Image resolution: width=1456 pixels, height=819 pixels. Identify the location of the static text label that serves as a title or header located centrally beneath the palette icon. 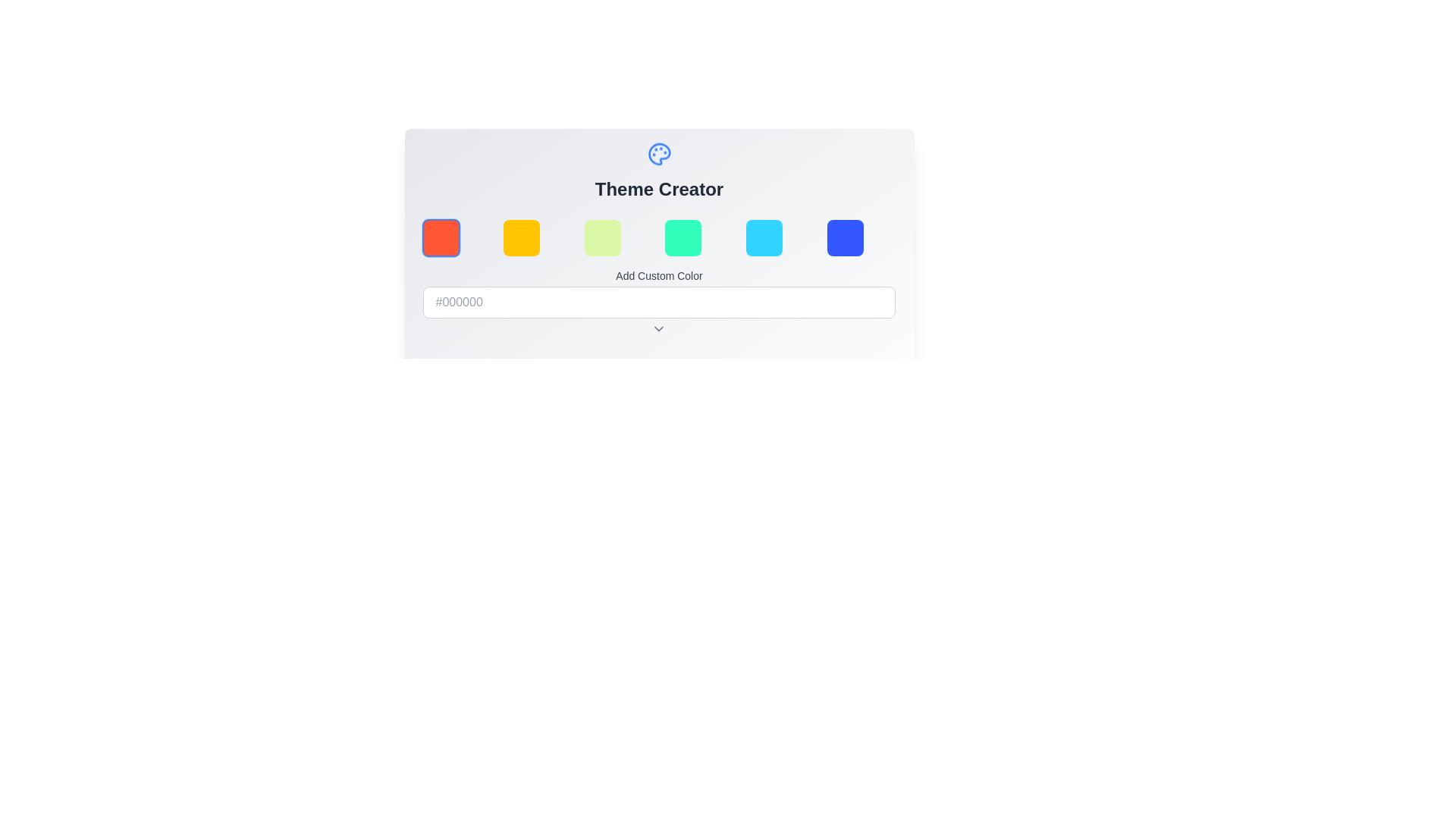
(659, 189).